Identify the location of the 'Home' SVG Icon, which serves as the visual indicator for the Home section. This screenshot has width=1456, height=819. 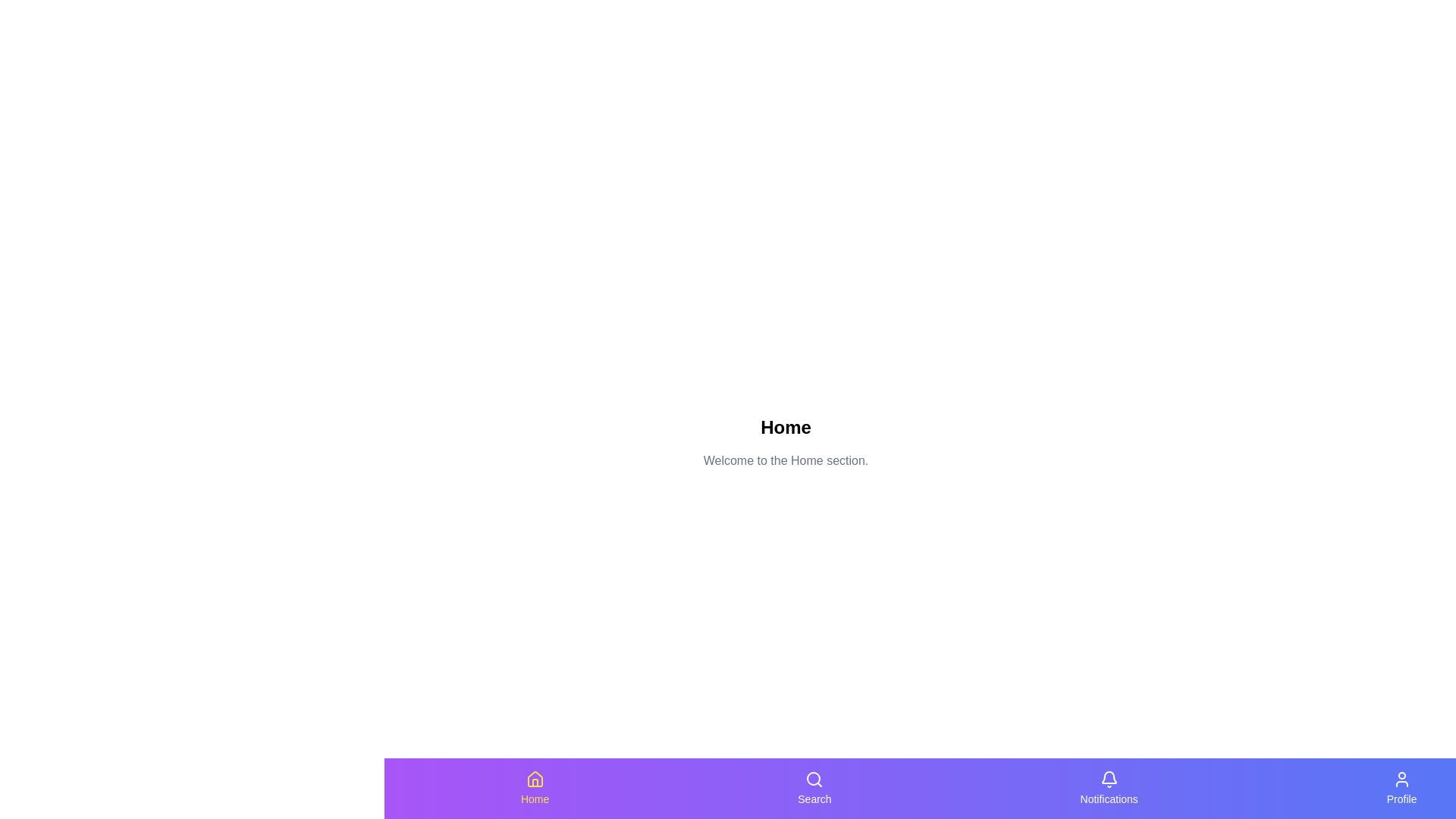
(535, 780).